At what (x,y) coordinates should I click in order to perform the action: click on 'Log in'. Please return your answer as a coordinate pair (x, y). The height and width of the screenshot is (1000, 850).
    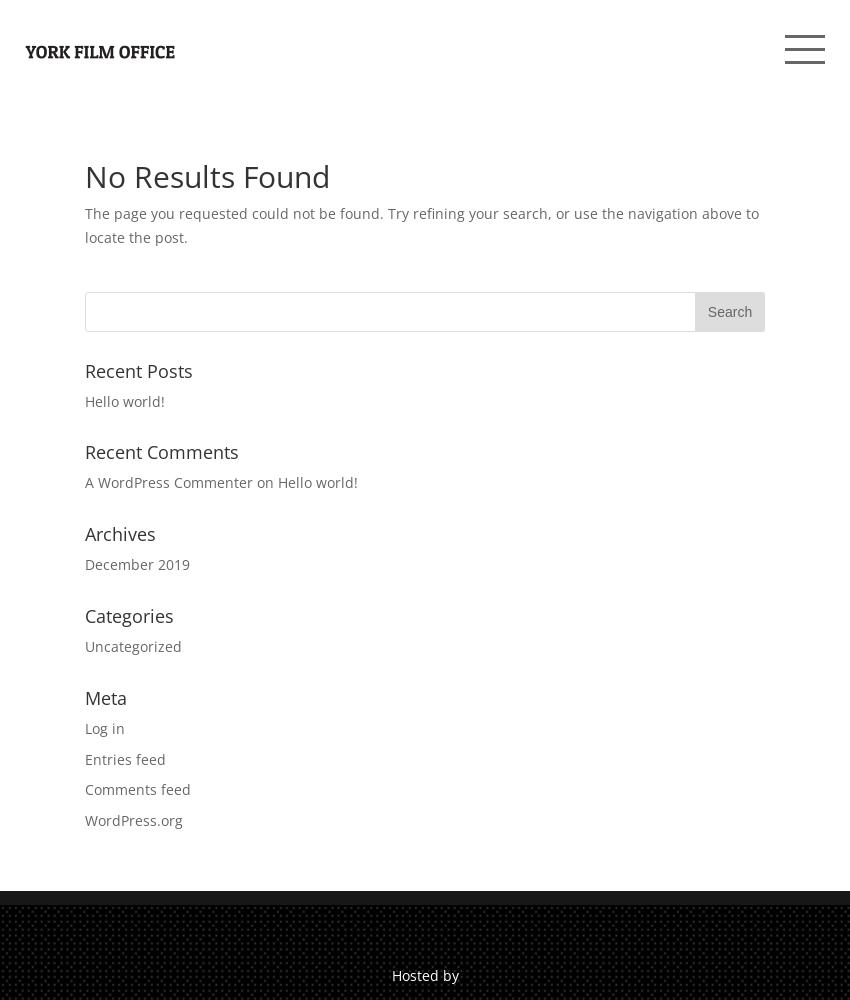
    Looking at the image, I should click on (103, 726).